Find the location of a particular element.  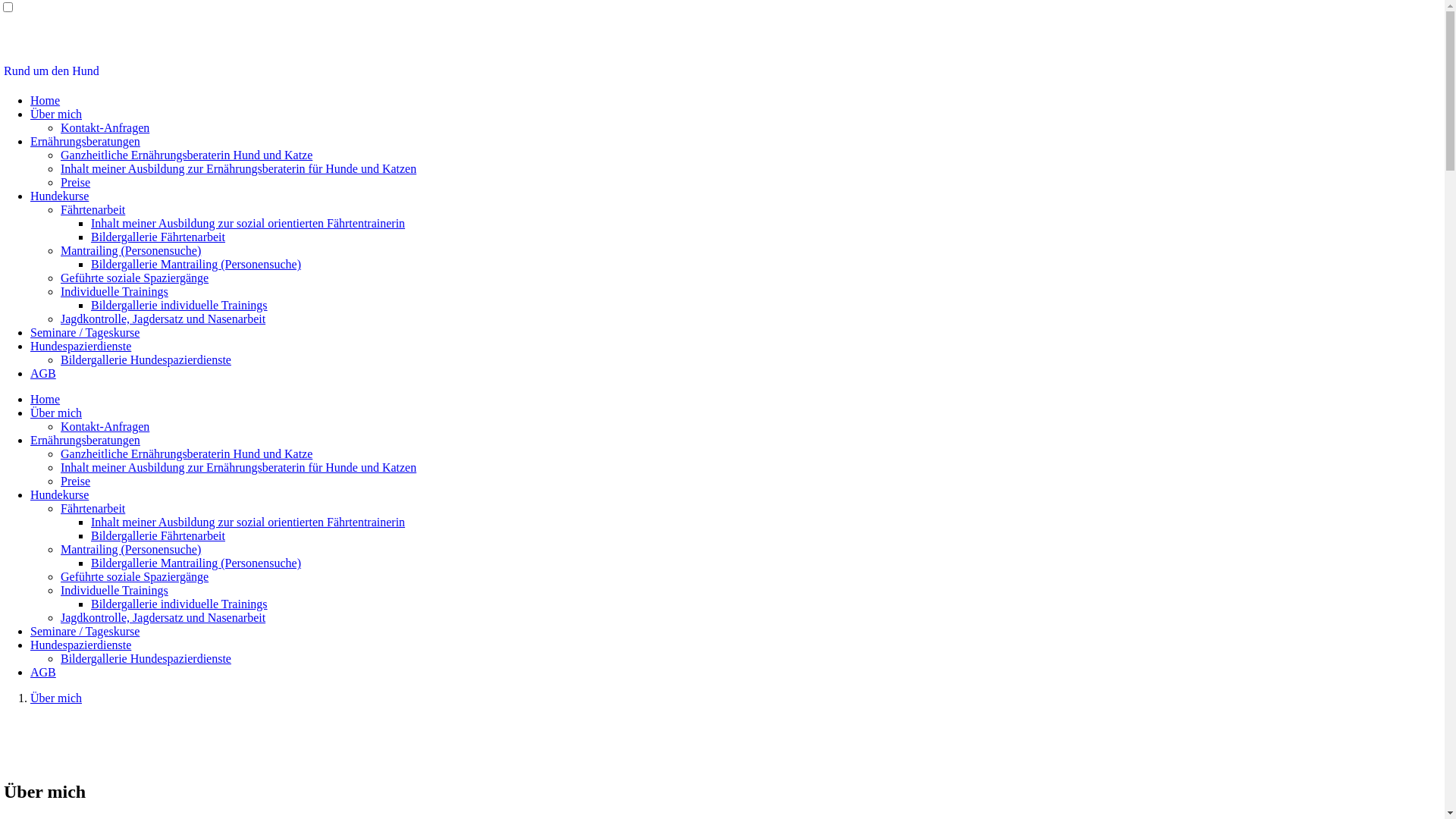

'Mantrailing (Personensuche)' is located at coordinates (130, 249).